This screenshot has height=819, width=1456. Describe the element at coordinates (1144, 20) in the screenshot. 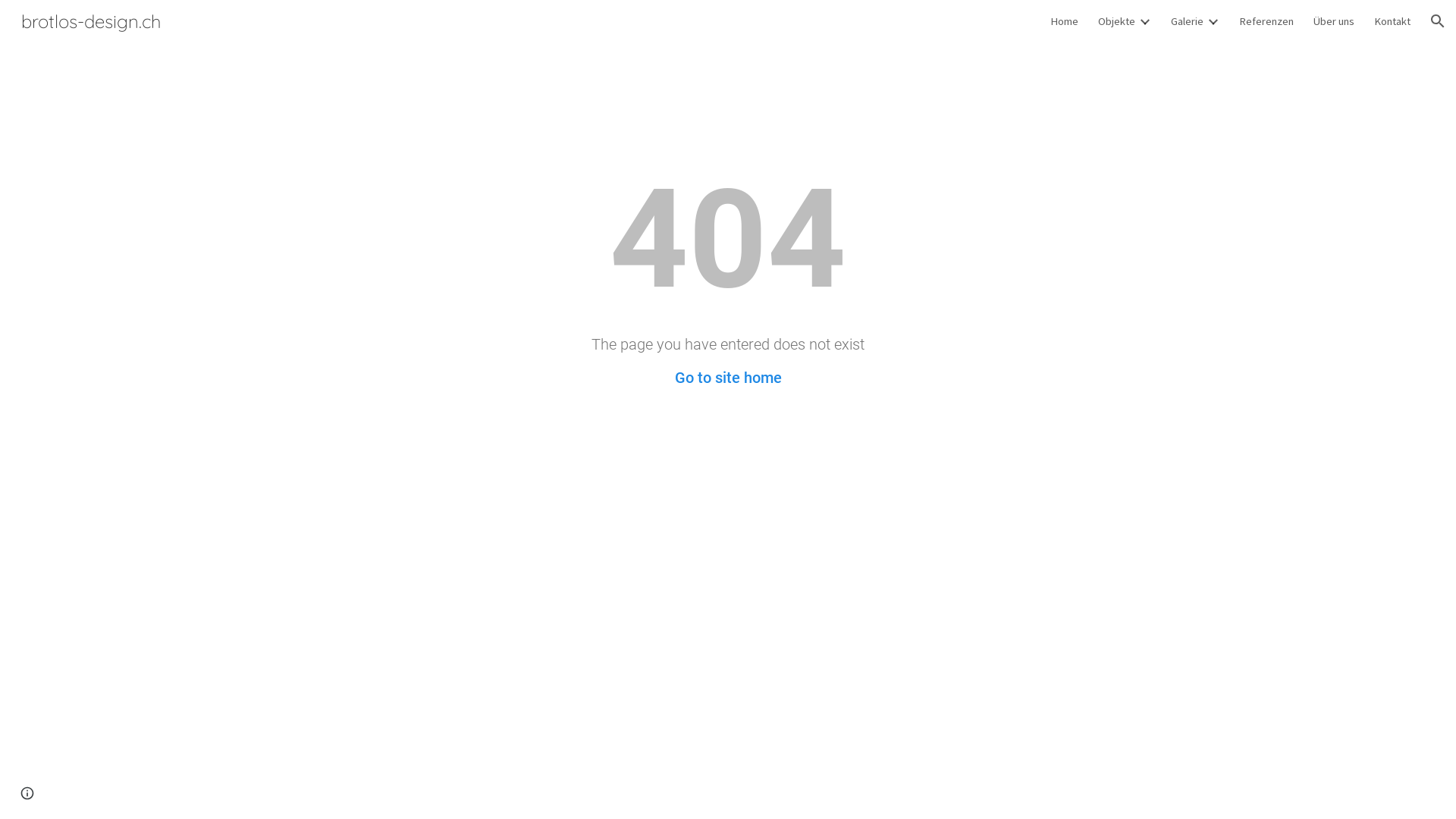

I see `'Expand/Collapse'` at that location.